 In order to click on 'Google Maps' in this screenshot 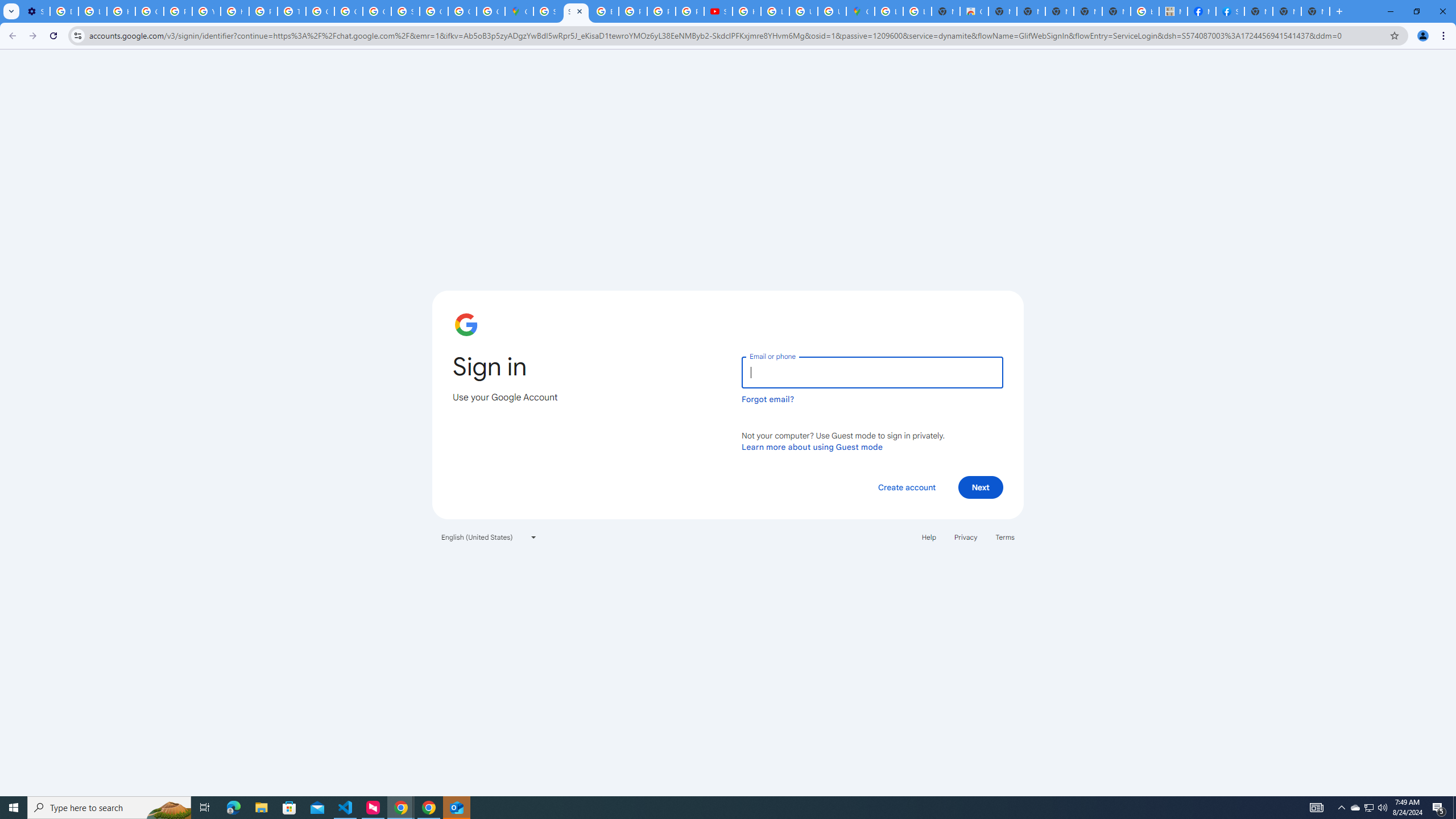, I will do `click(519, 11)`.